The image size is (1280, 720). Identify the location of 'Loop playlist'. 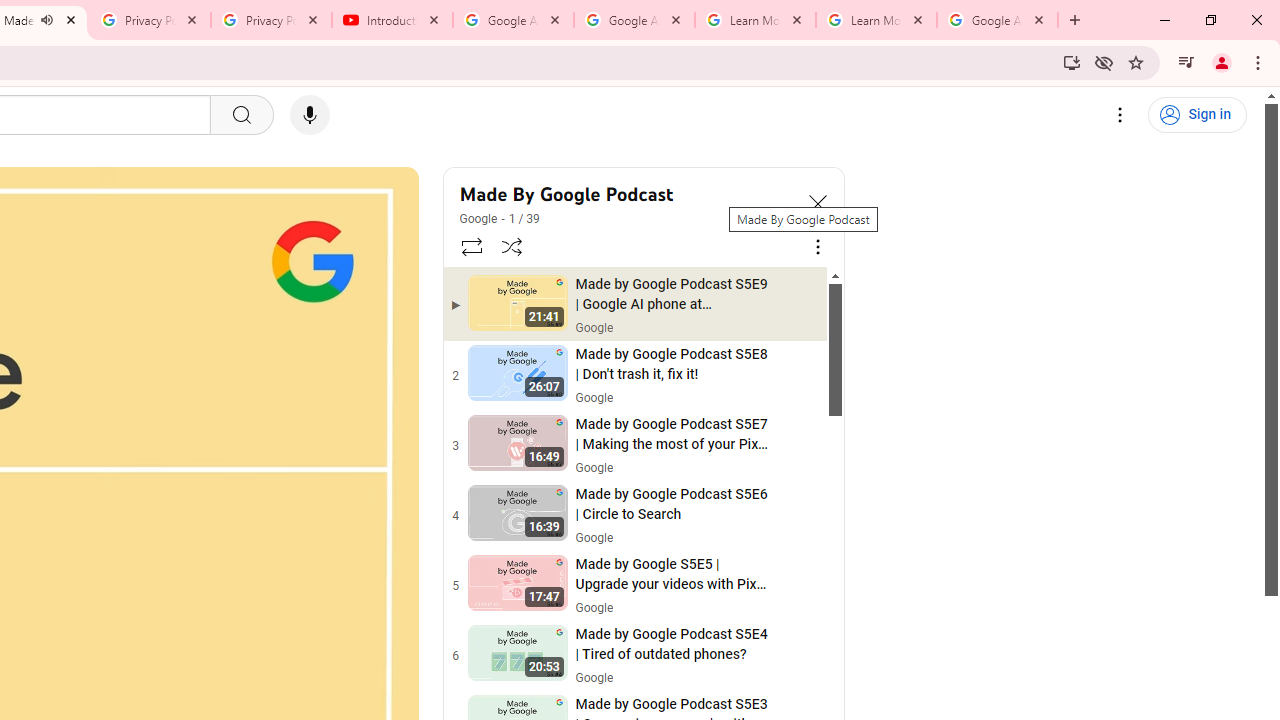
(470, 245).